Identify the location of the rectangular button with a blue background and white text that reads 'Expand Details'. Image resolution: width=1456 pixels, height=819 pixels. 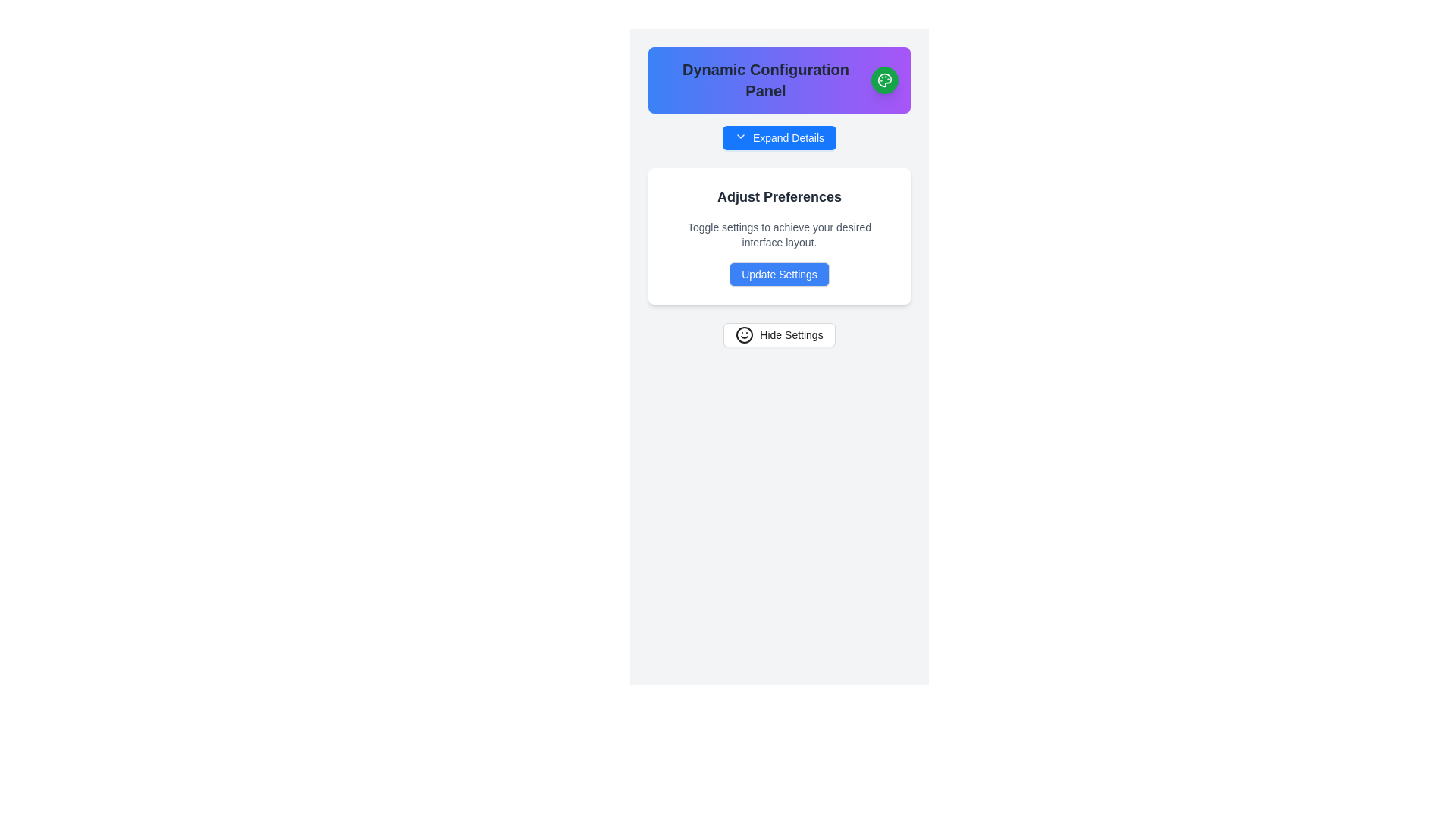
(779, 137).